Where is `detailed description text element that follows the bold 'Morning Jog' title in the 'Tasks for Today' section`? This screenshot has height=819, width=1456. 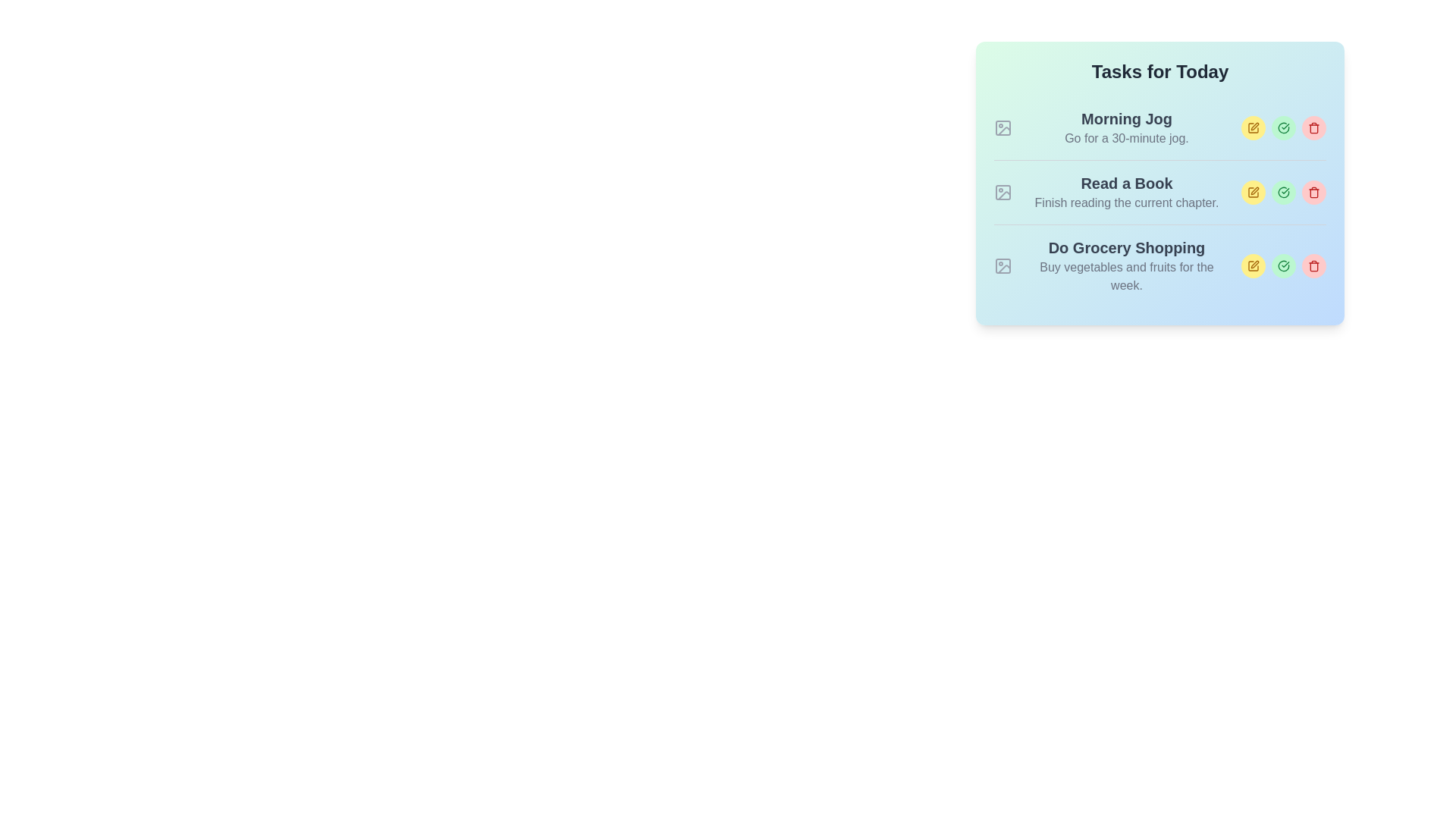
detailed description text element that follows the bold 'Morning Jog' title in the 'Tasks for Today' section is located at coordinates (1127, 138).